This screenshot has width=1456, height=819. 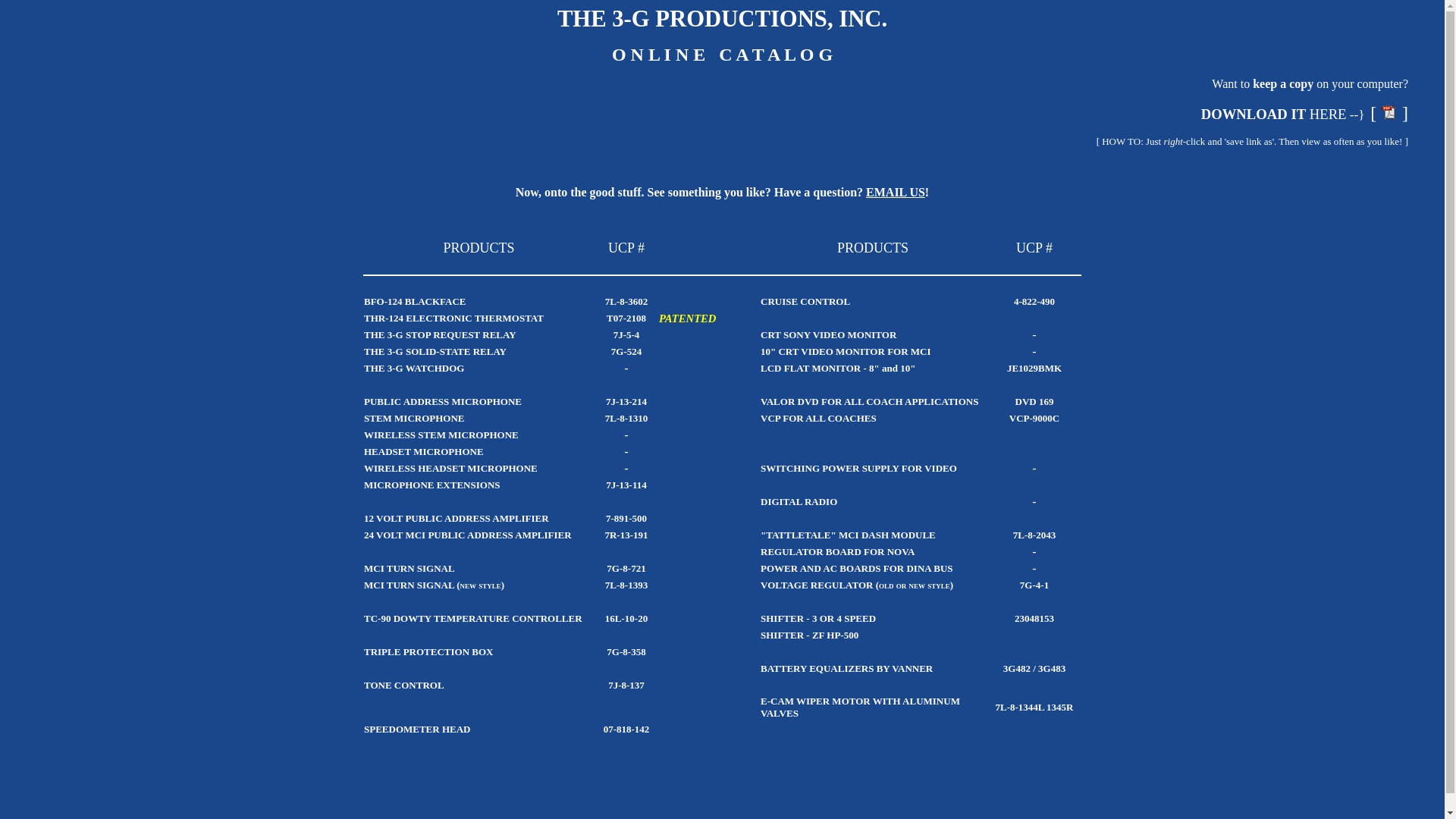 I want to click on 'DIGITAL RADIO', so click(x=798, y=501).